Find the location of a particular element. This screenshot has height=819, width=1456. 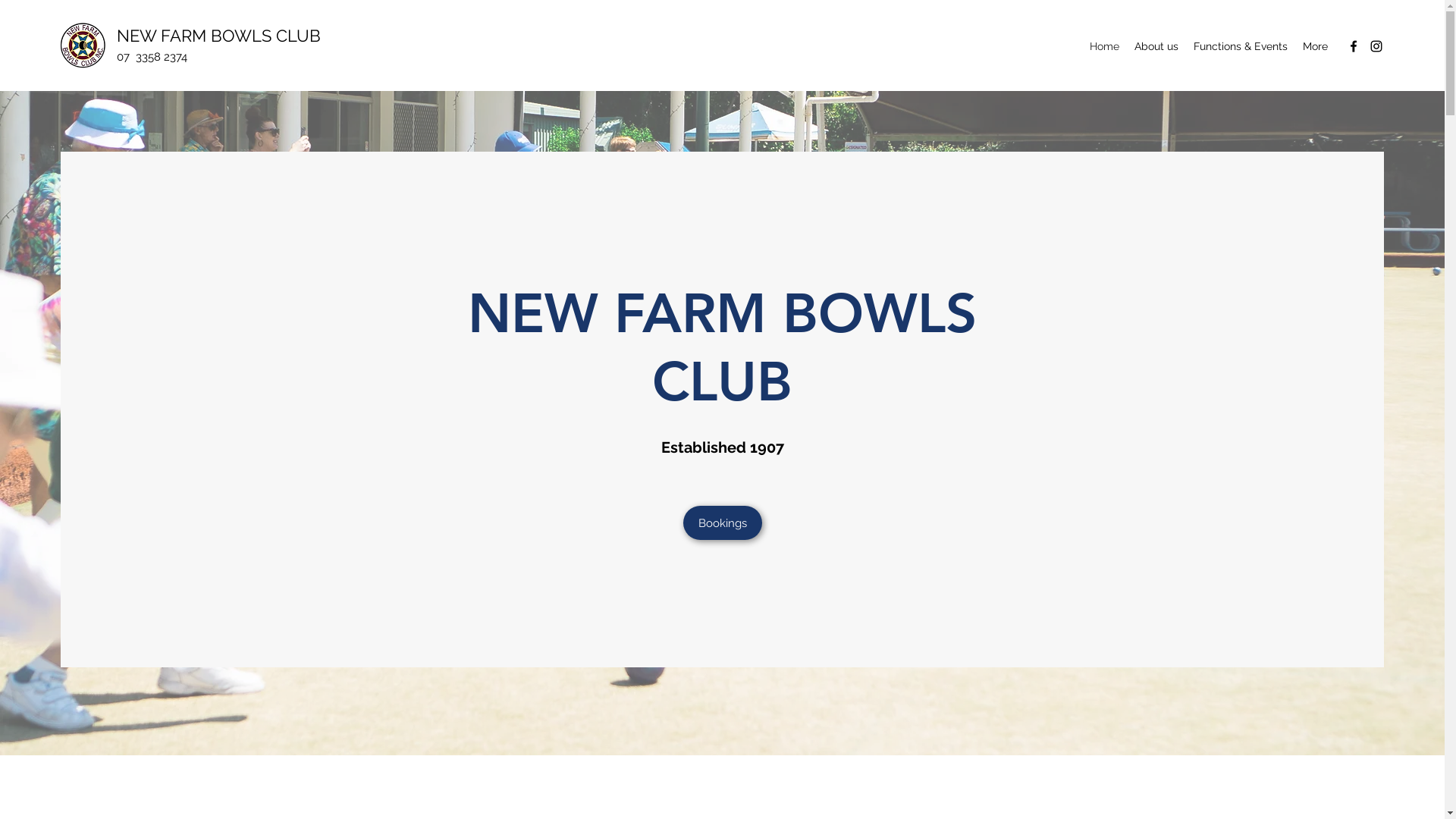

'About us' is located at coordinates (1127, 45).